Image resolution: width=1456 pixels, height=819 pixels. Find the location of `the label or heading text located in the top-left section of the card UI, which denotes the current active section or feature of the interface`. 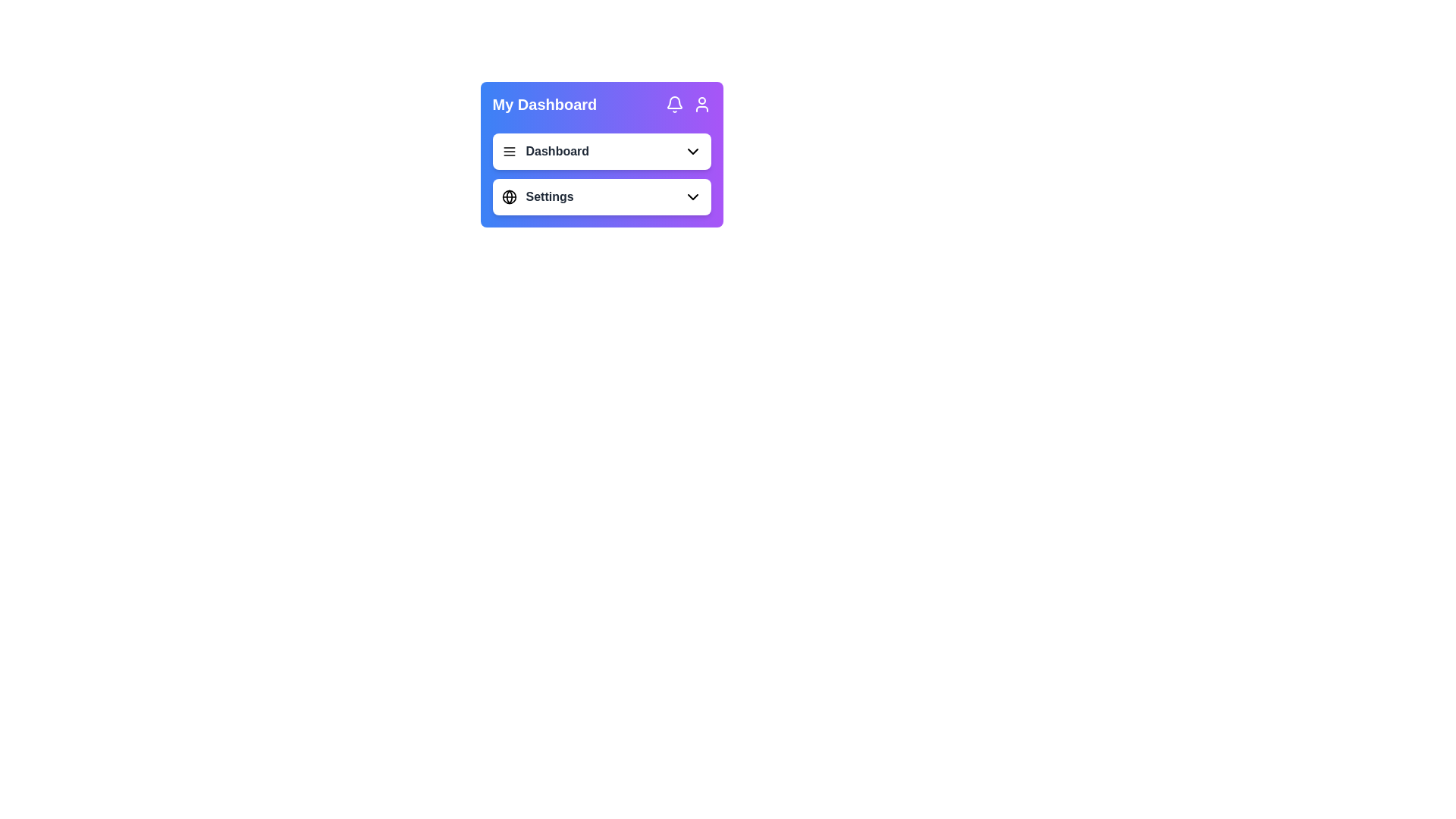

the label or heading text located in the top-left section of the card UI, which denotes the current active section or feature of the interface is located at coordinates (557, 152).